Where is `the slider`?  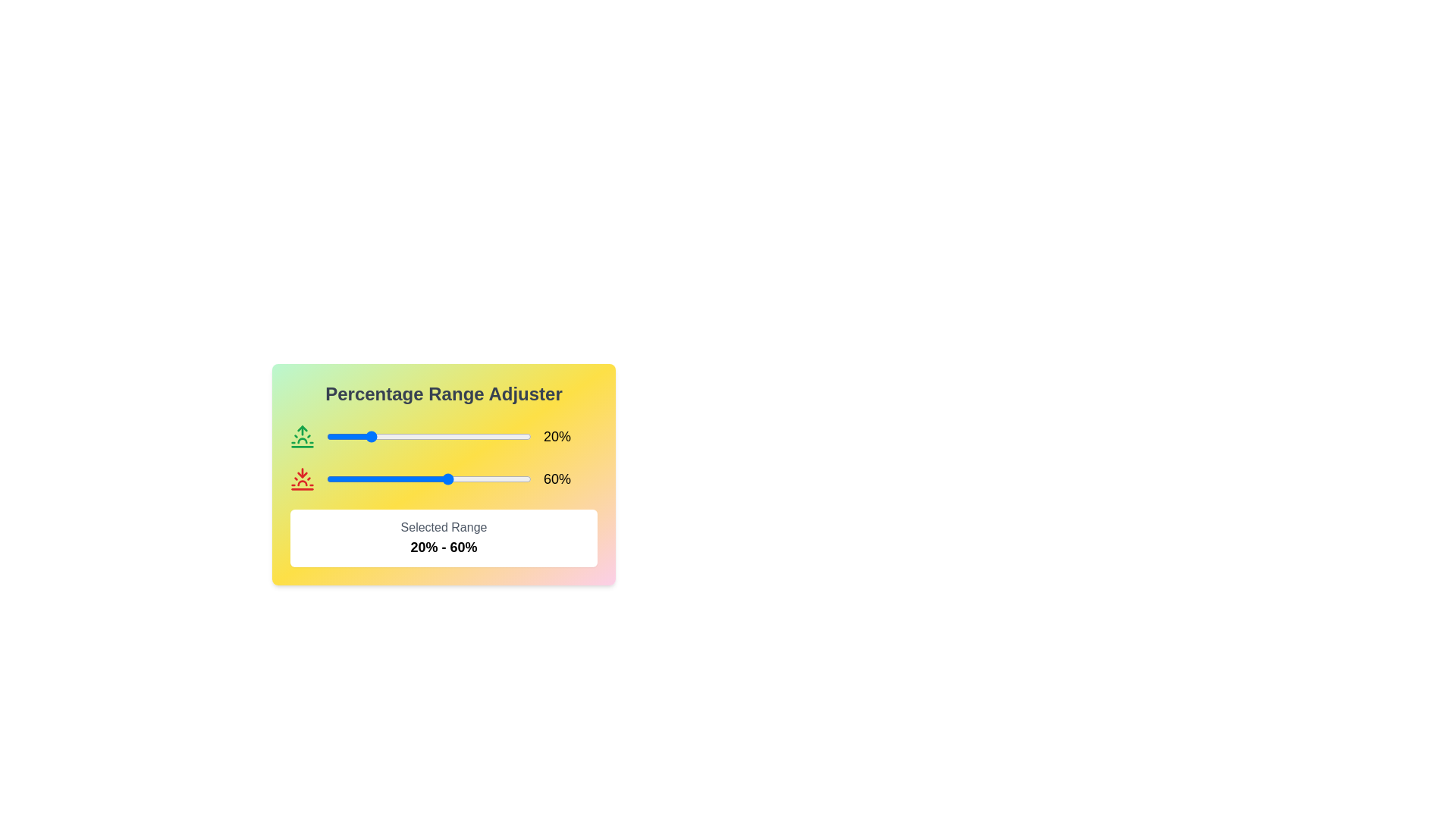 the slider is located at coordinates (330, 436).